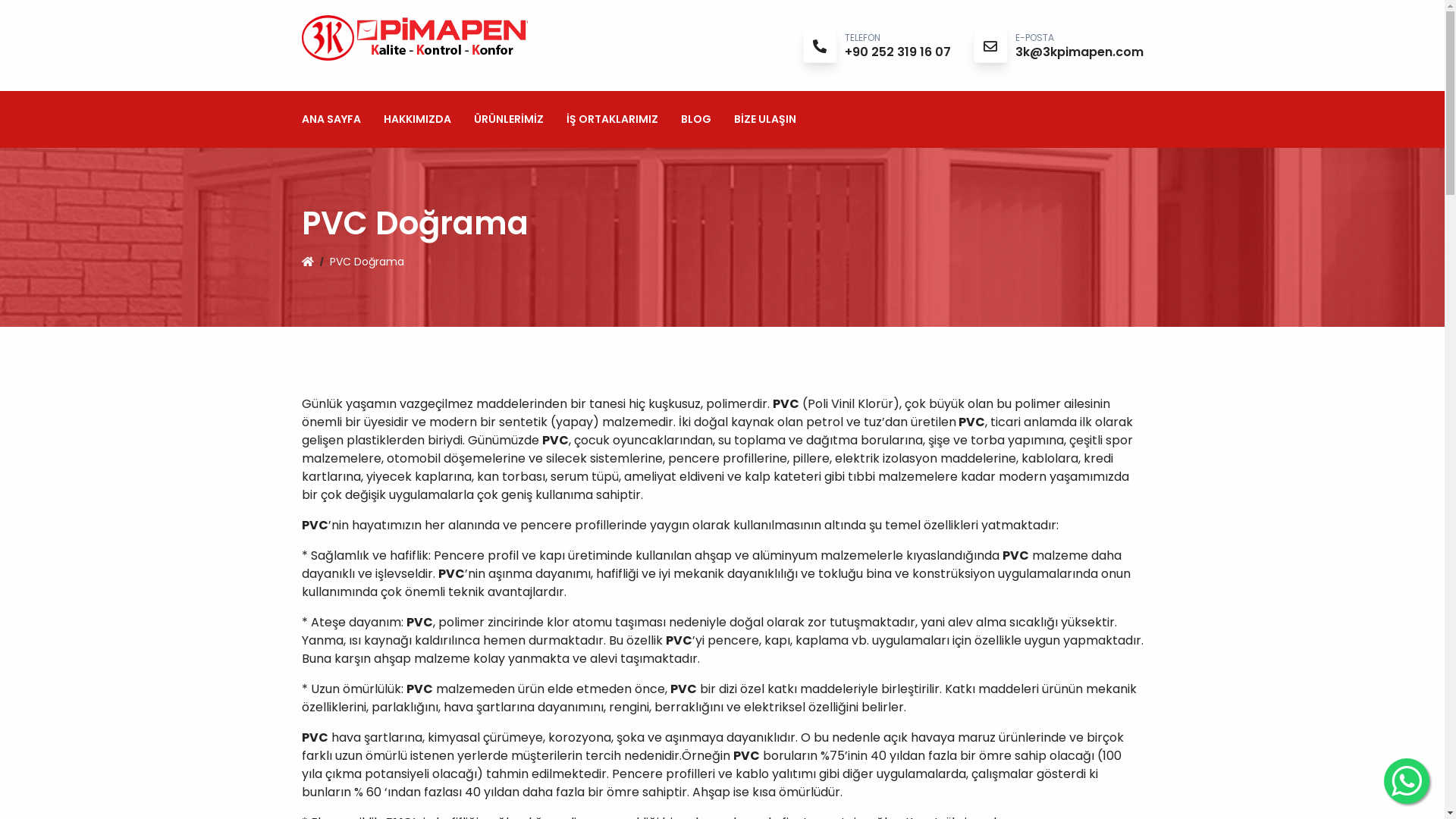 The image size is (1456, 819). Describe the element at coordinates (417, 118) in the screenshot. I see `'HAKKIMIZDA'` at that location.